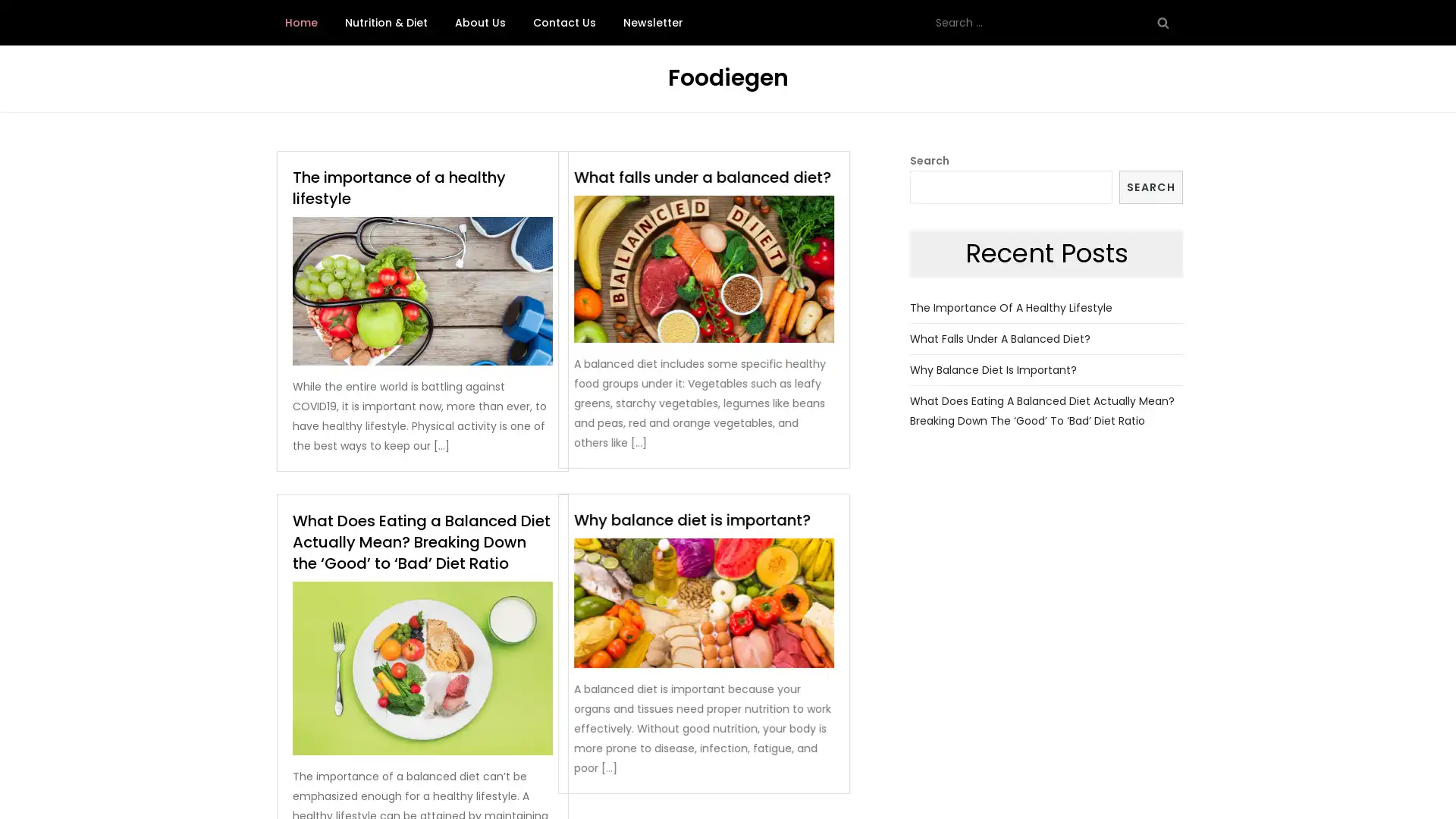 This screenshot has height=819, width=1456. Describe the element at coordinates (1150, 186) in the screenshot. I see `SEARCH` at that location.